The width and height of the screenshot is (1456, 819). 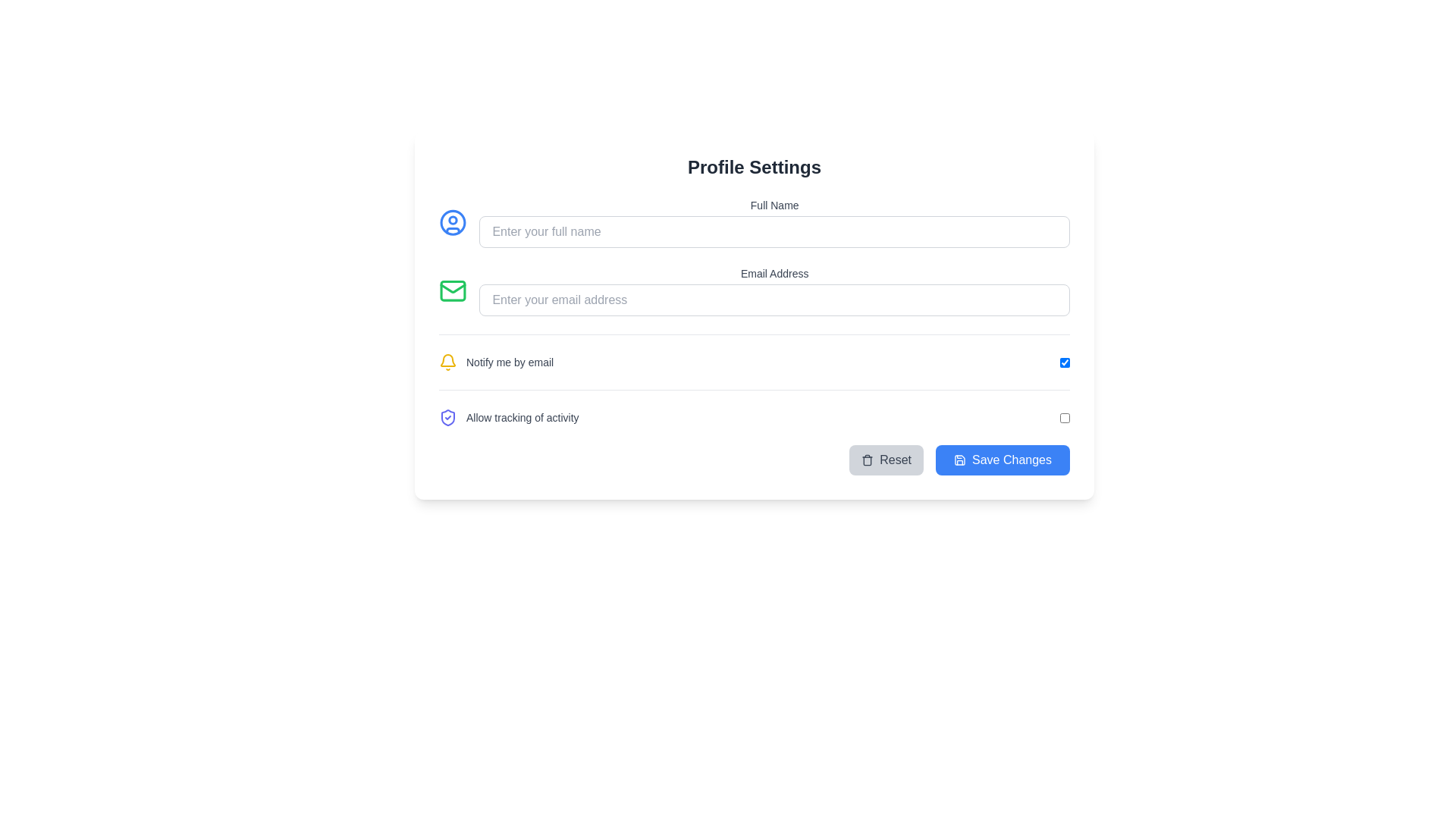 What do you see at coordinates (447, 362) in the screenshot?
I see `the notification setting icon` at bounding box center [447, 362].